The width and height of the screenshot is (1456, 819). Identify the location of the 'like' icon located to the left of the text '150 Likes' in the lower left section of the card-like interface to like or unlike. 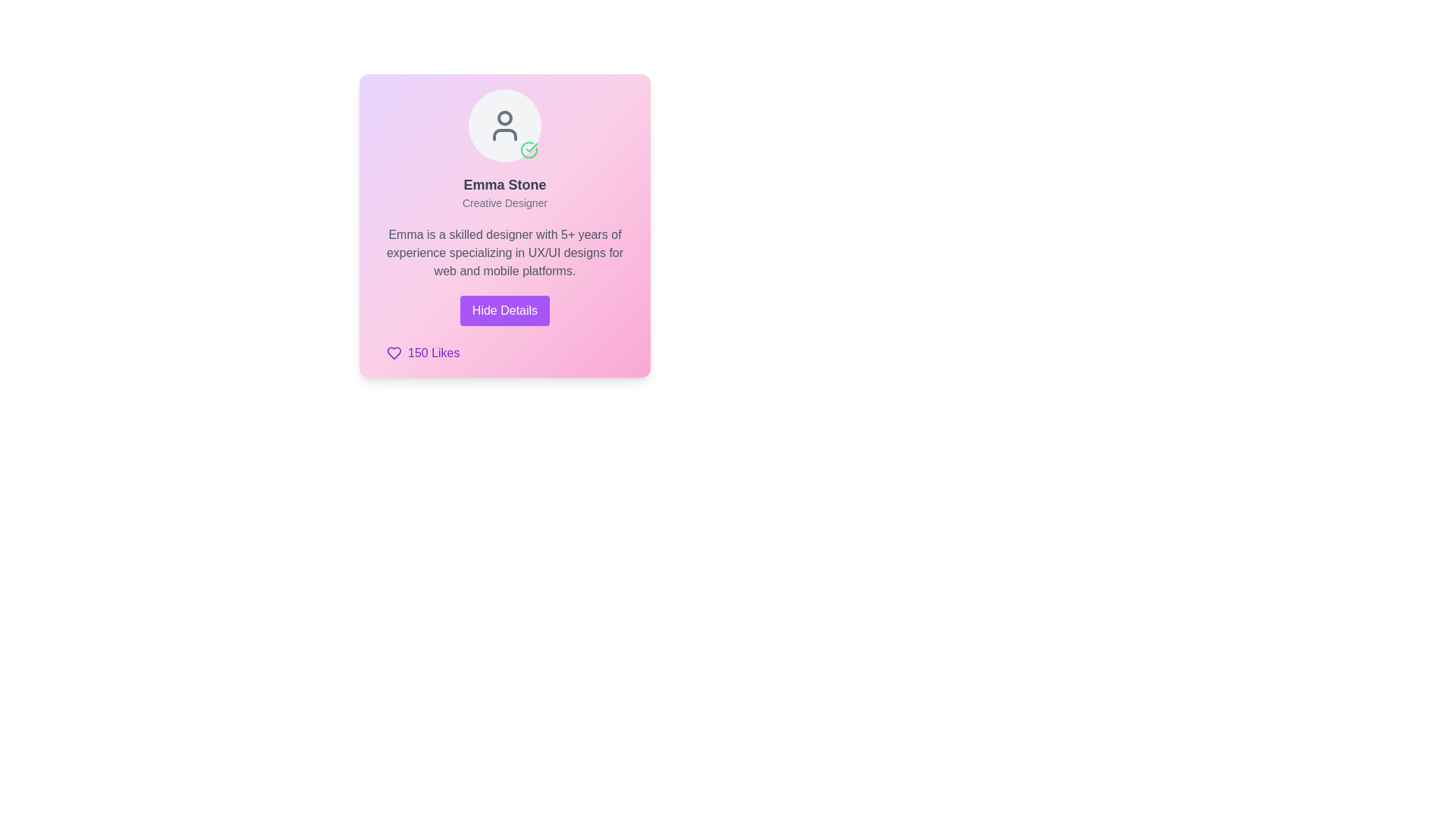
(394, 353).